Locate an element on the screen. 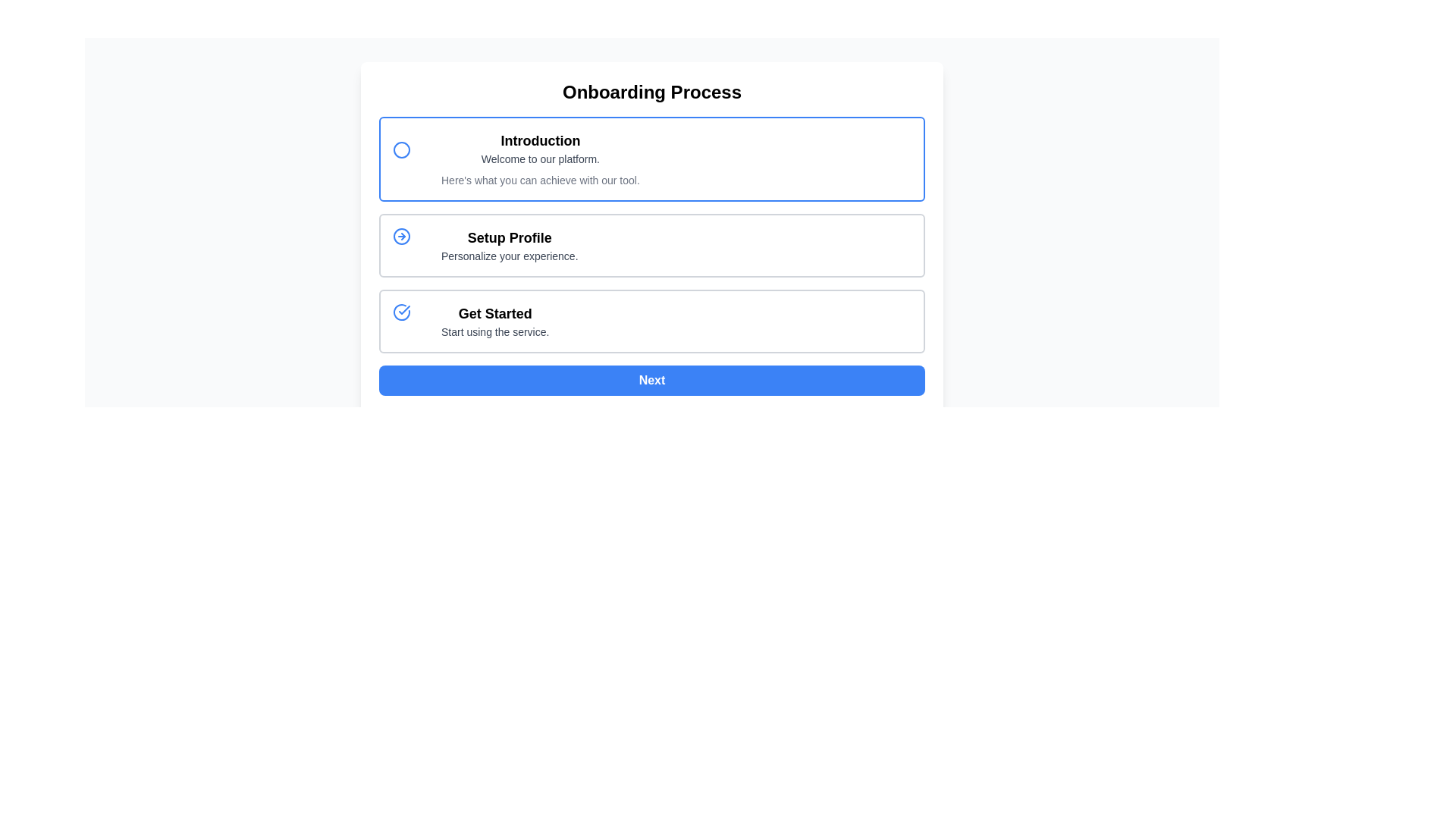  the Circular Icon that serves as an identifying marker for the 'Introduction' section of the onboarding process is located at coordinates (401, 149).